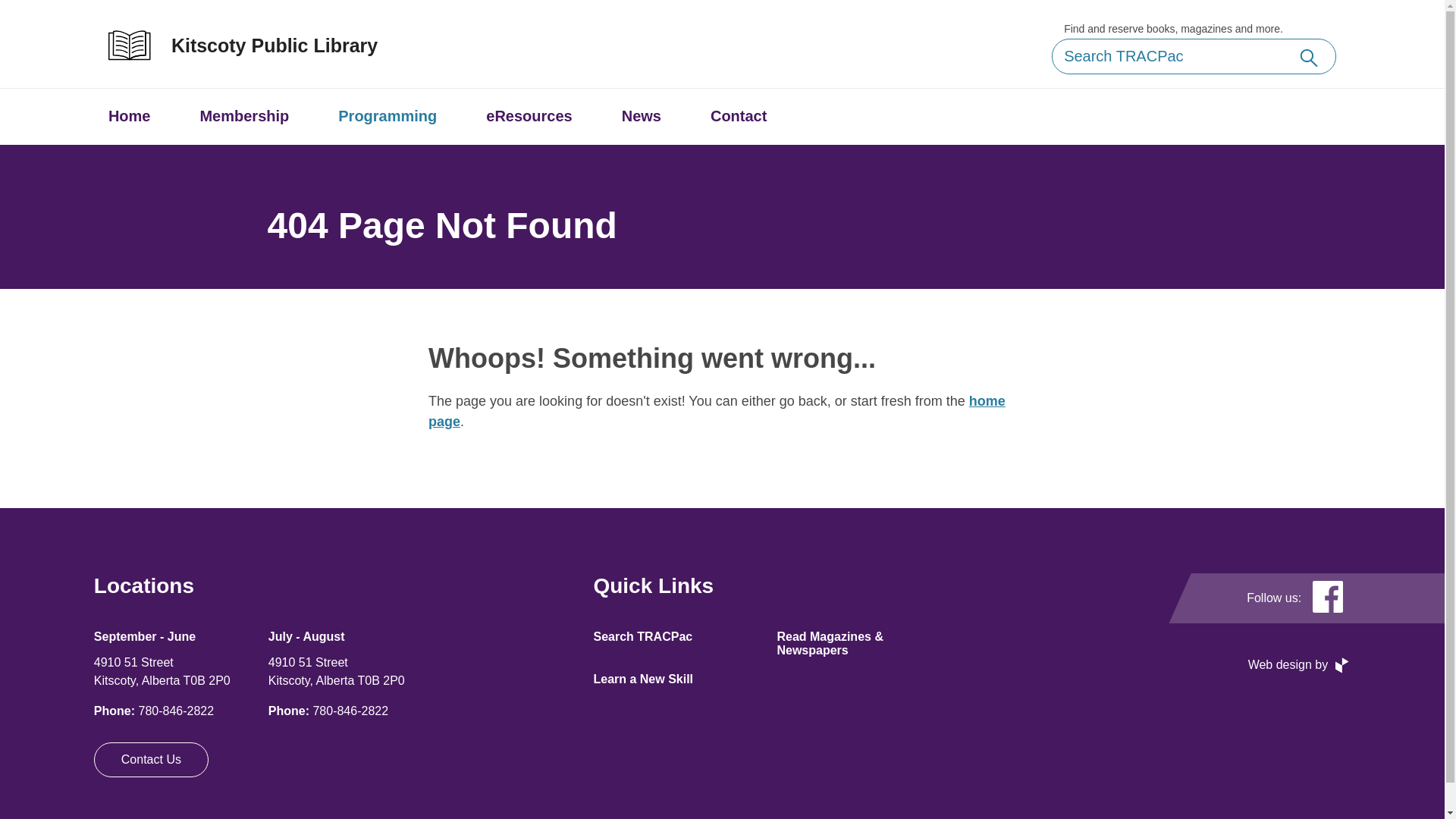  Describe the element at coordinates (829, 643) in the screenshot. I see `'Read Magazines & Newspapers'` at that location.